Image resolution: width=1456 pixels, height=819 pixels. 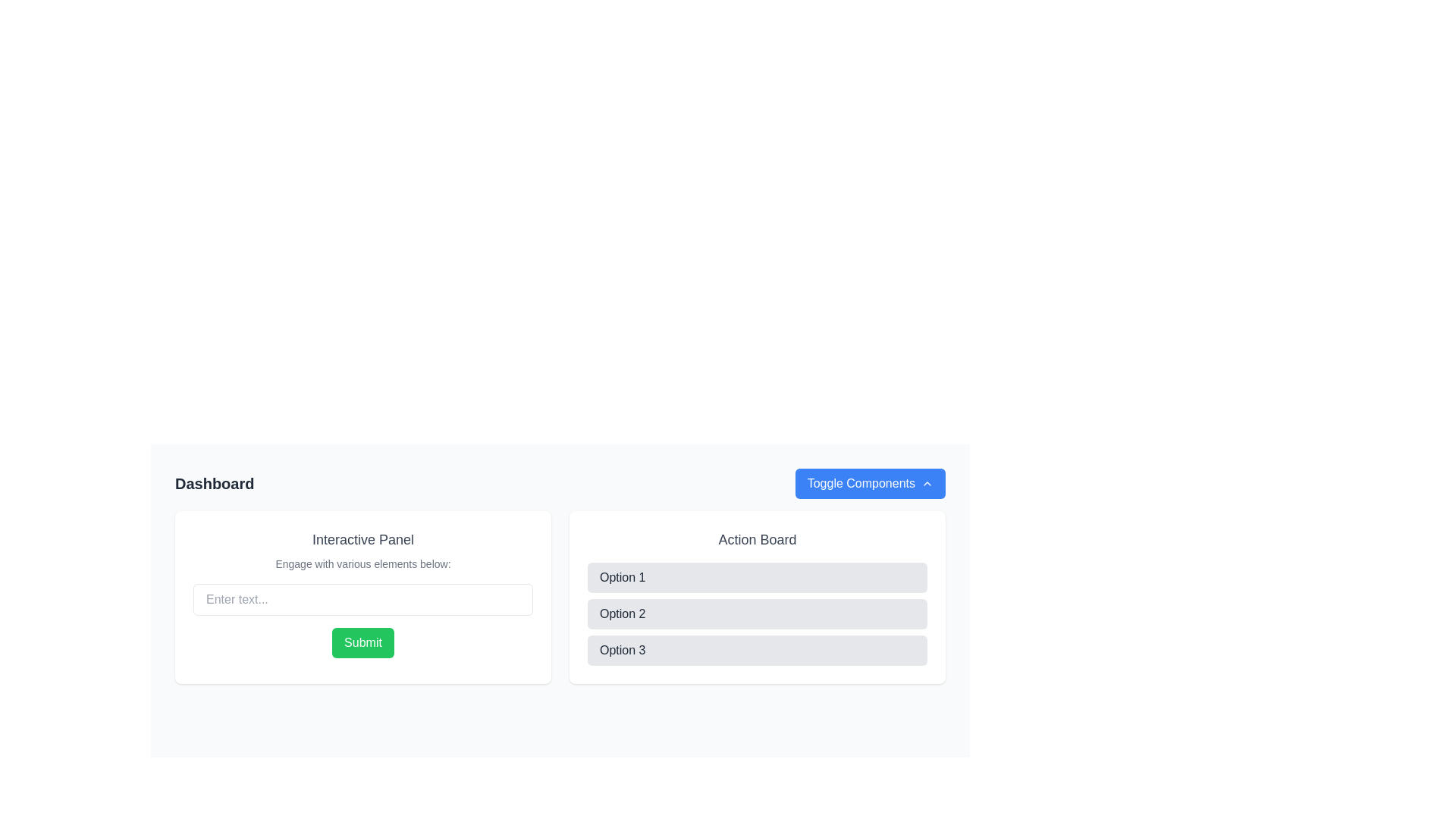 What do you see at coordinates (757, 649) in the screenshot?
I see `the third button labeled 'Option 3' in the 'Action Board'` at bounding box center [757, 649].